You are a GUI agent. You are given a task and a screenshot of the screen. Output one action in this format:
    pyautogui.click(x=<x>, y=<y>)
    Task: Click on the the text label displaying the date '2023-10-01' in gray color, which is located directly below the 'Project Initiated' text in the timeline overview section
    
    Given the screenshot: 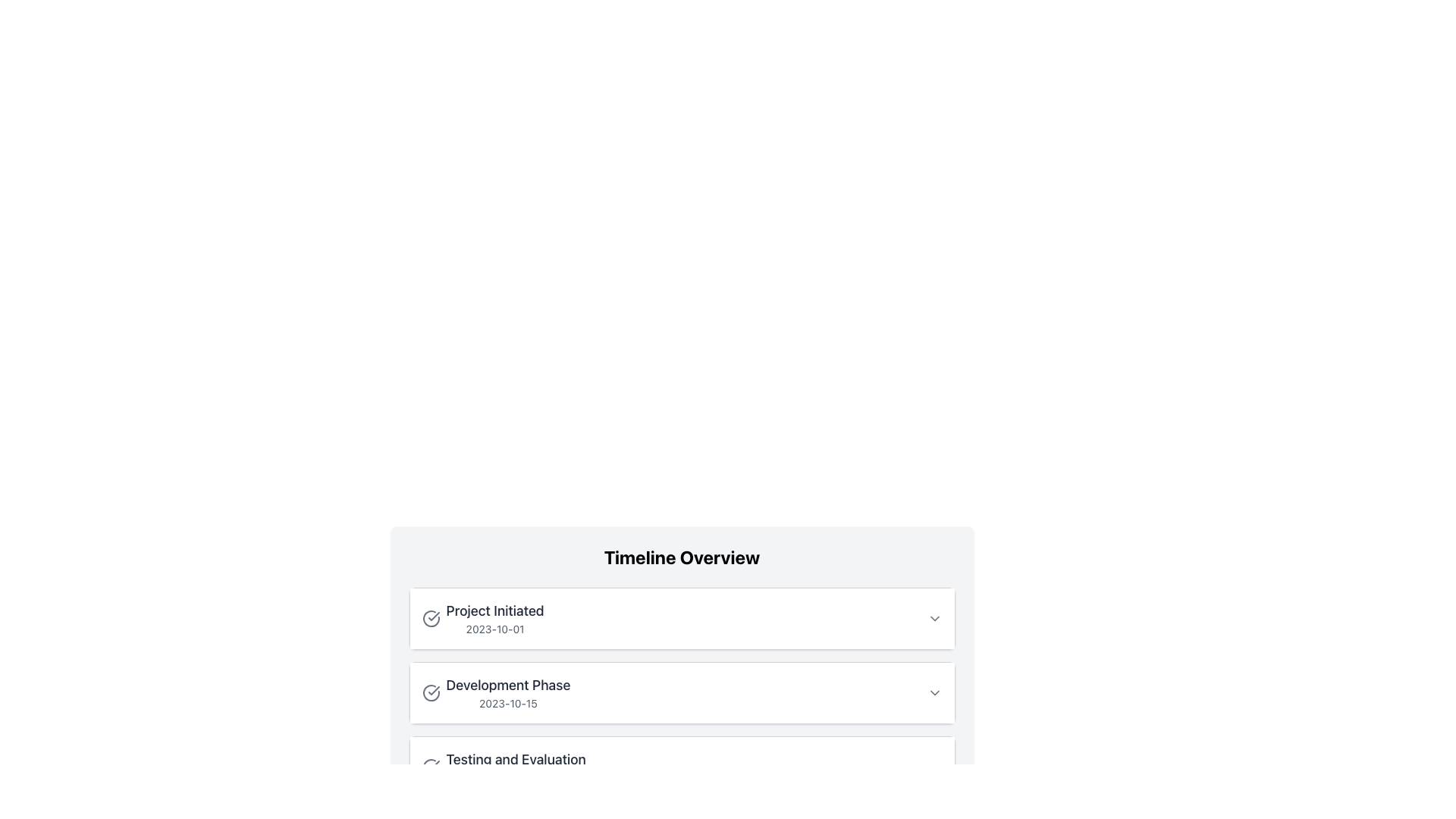 What is the action you would take?
    pyautogui.click(x=494, y=629)
    